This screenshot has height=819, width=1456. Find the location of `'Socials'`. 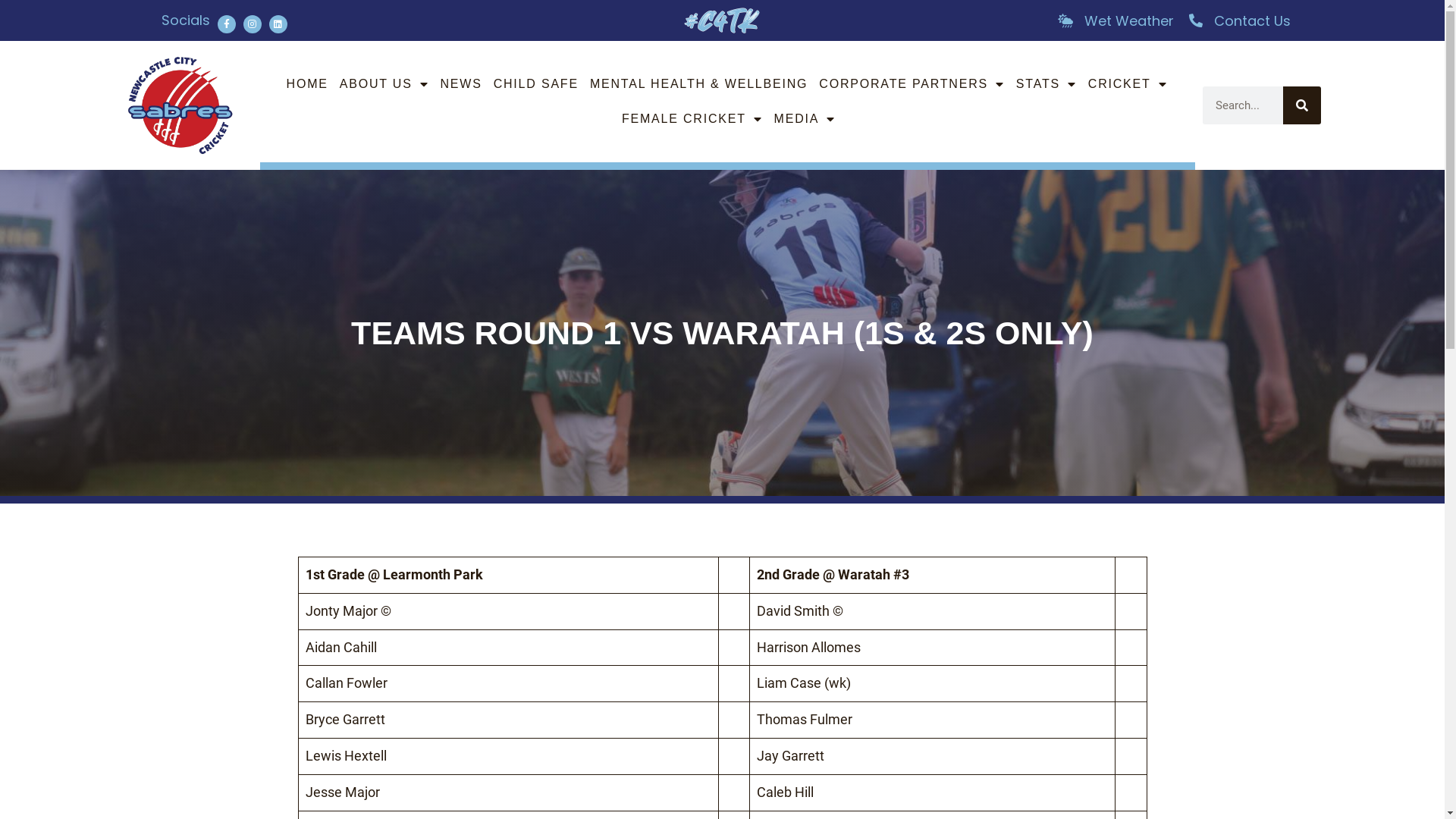

'Socials' is located at coordinates (184, 20).